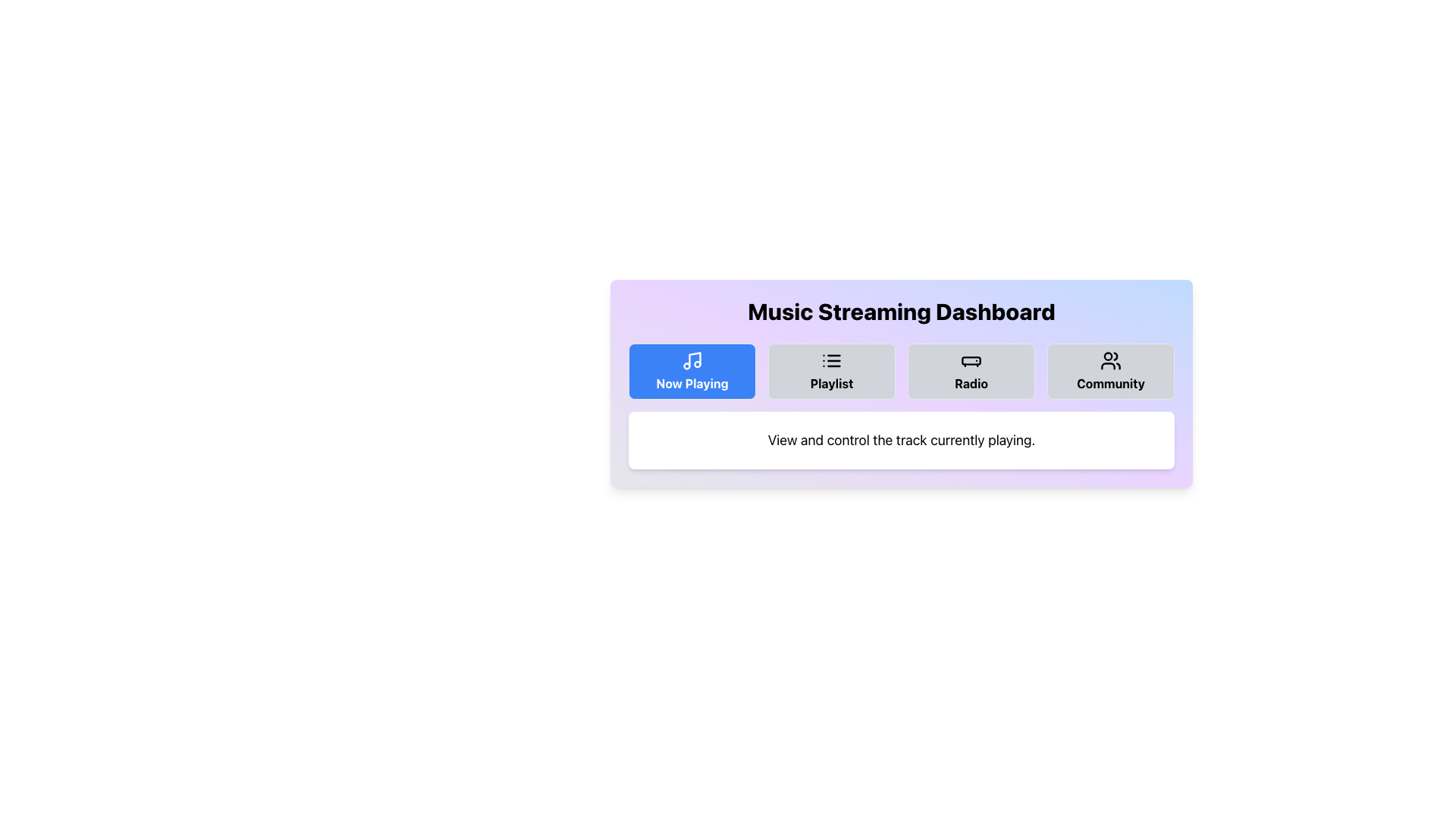 This screenshot has height=819, width=1456. I want to click on the informational text box that contains the message 'View and control the track currently playing.' with a white background and rounded corners, so click(902, 441).